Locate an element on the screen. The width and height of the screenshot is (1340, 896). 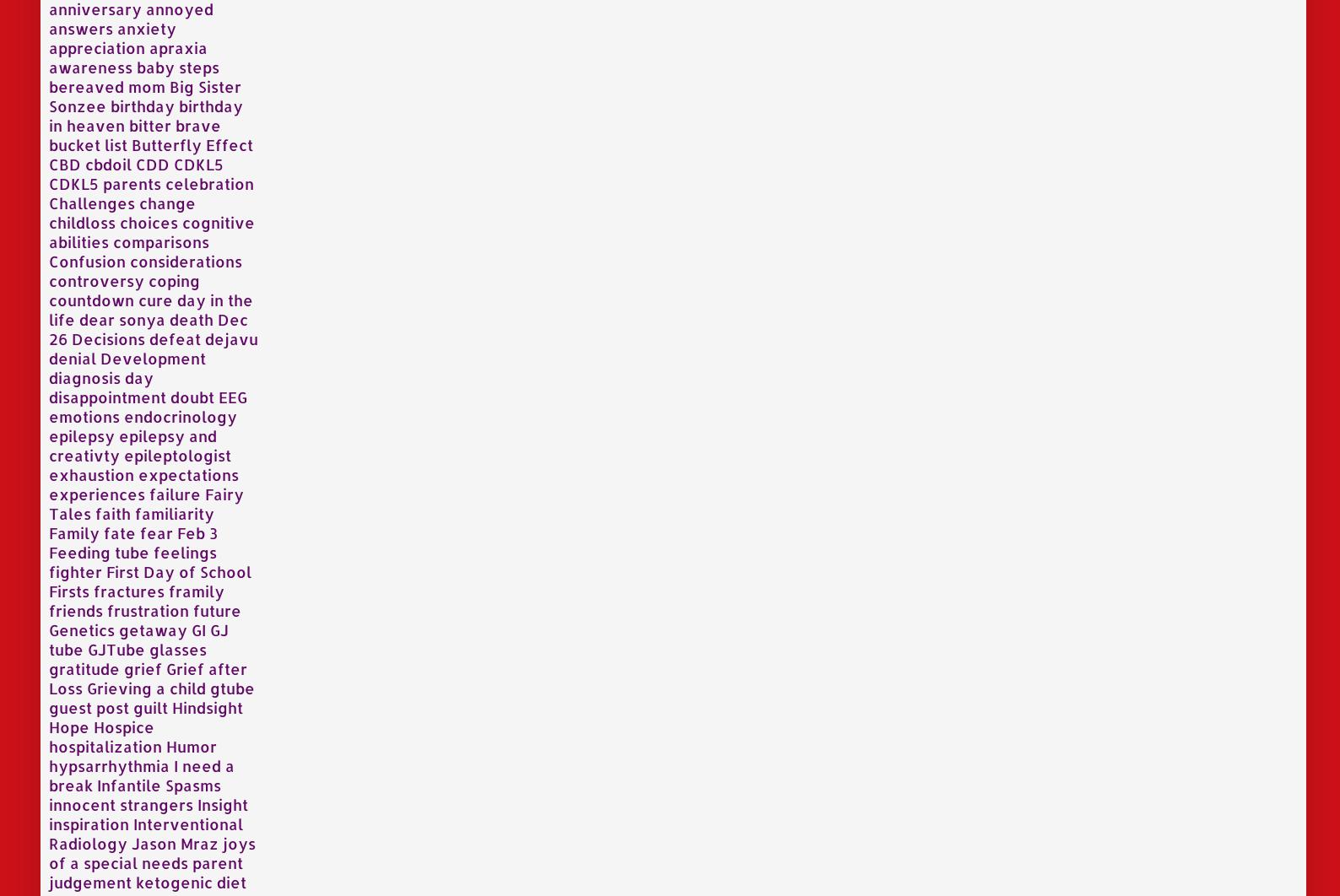
'bucket list' is located at coordinates (87, 143).